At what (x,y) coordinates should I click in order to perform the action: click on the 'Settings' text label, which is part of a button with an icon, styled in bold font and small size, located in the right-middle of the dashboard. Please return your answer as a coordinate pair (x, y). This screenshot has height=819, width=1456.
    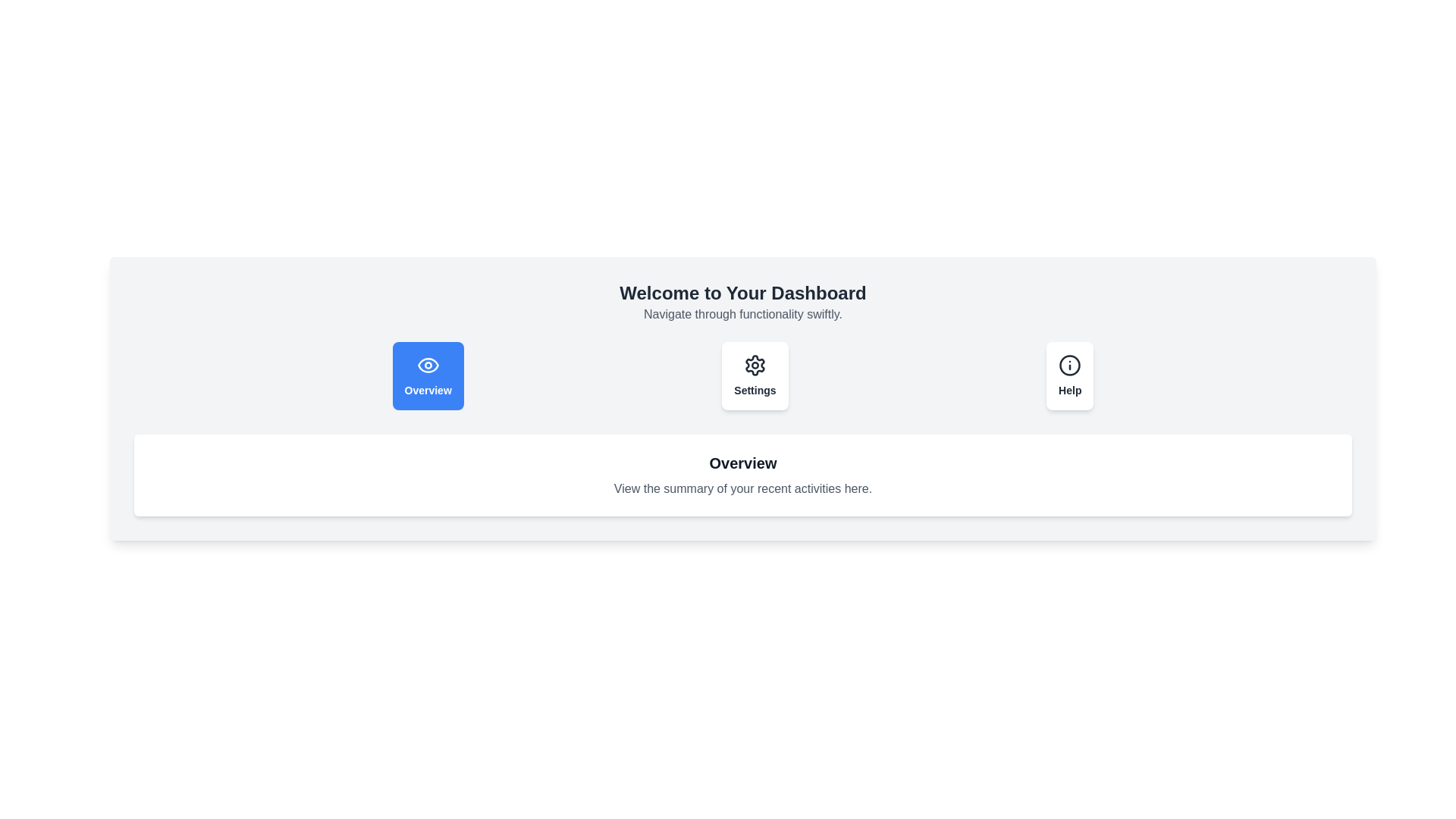
    Looking at the image, I should click on (755, 390).